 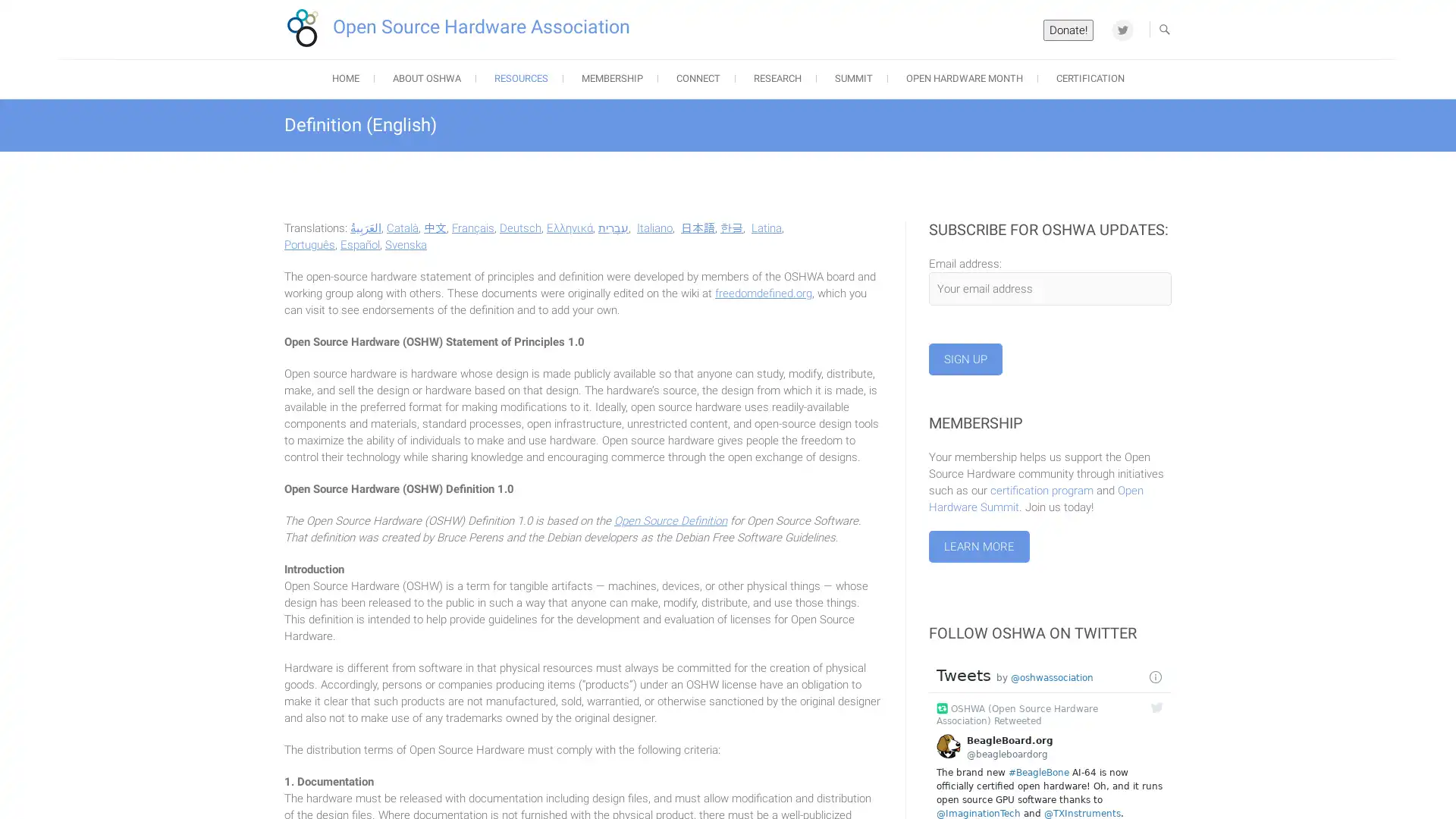 I want to click on Learn More, so click(x=979, y=547).